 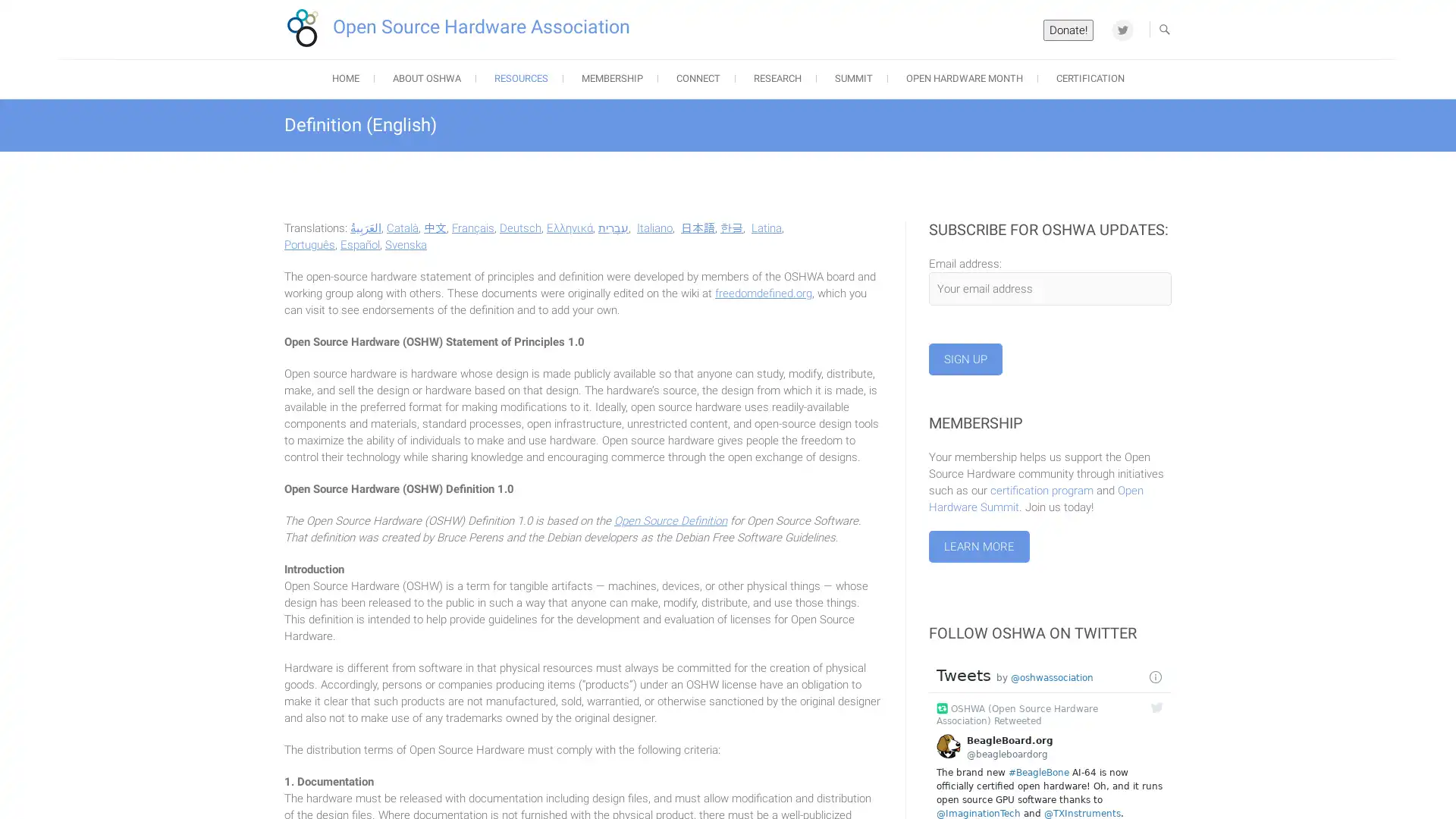 I want to click on Learn More, so click(x=979, y=547).